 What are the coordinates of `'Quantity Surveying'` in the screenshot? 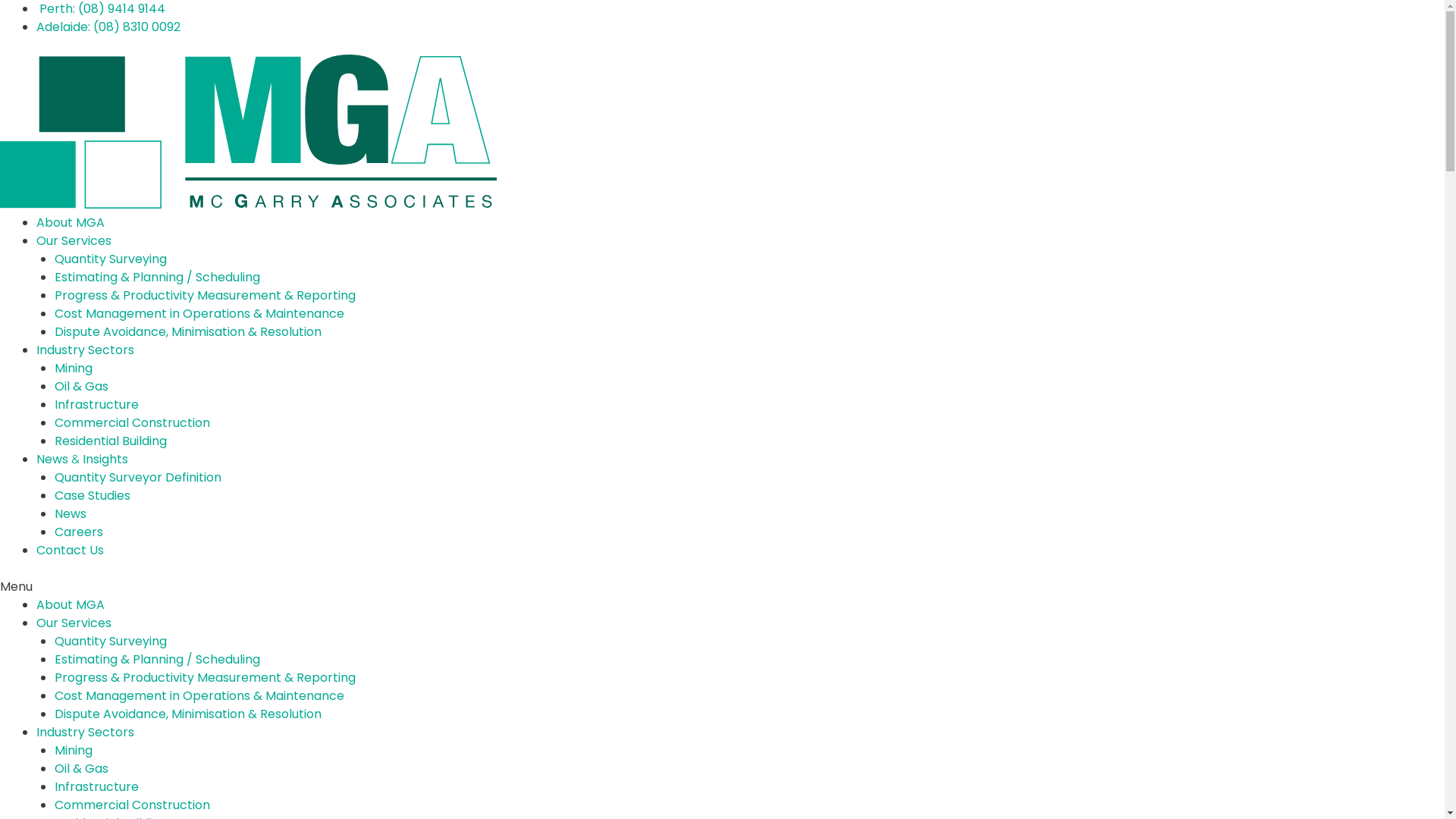 It's located at (109, 641).